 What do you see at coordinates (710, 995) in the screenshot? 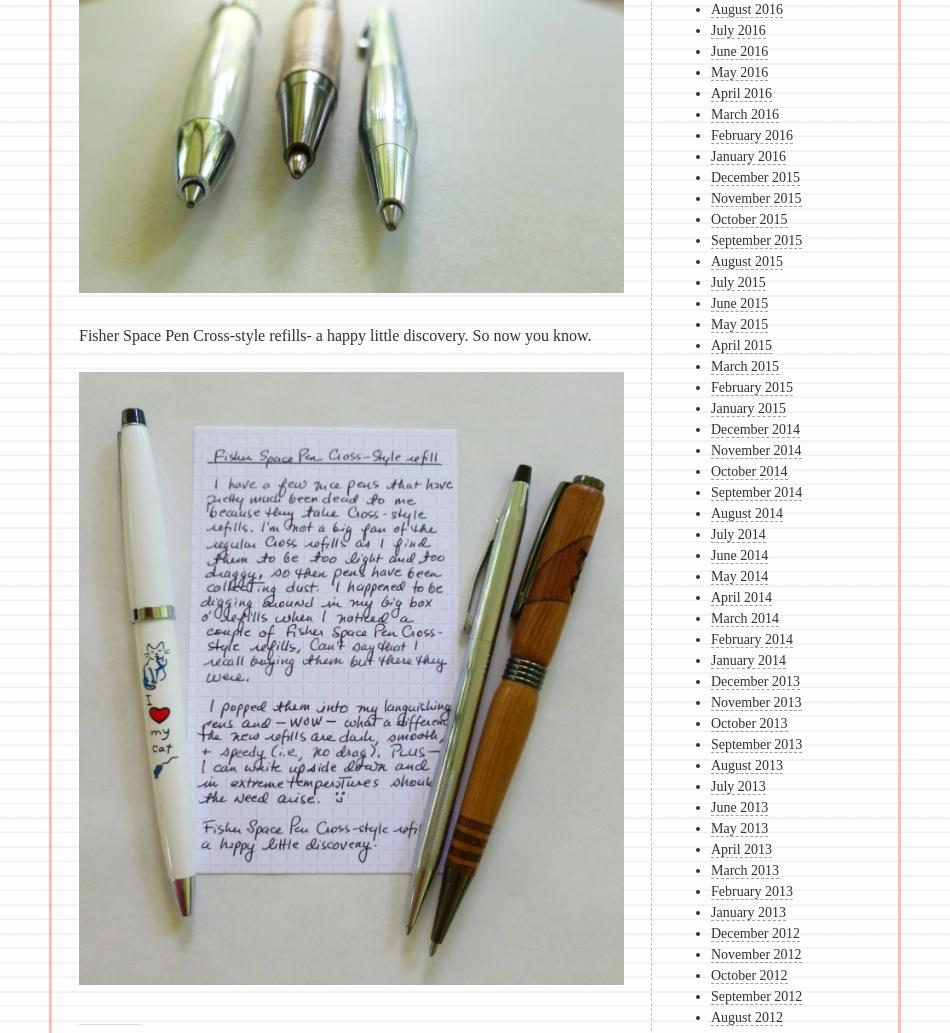
I see `'September 2012'` at bounding box center [710, 995].